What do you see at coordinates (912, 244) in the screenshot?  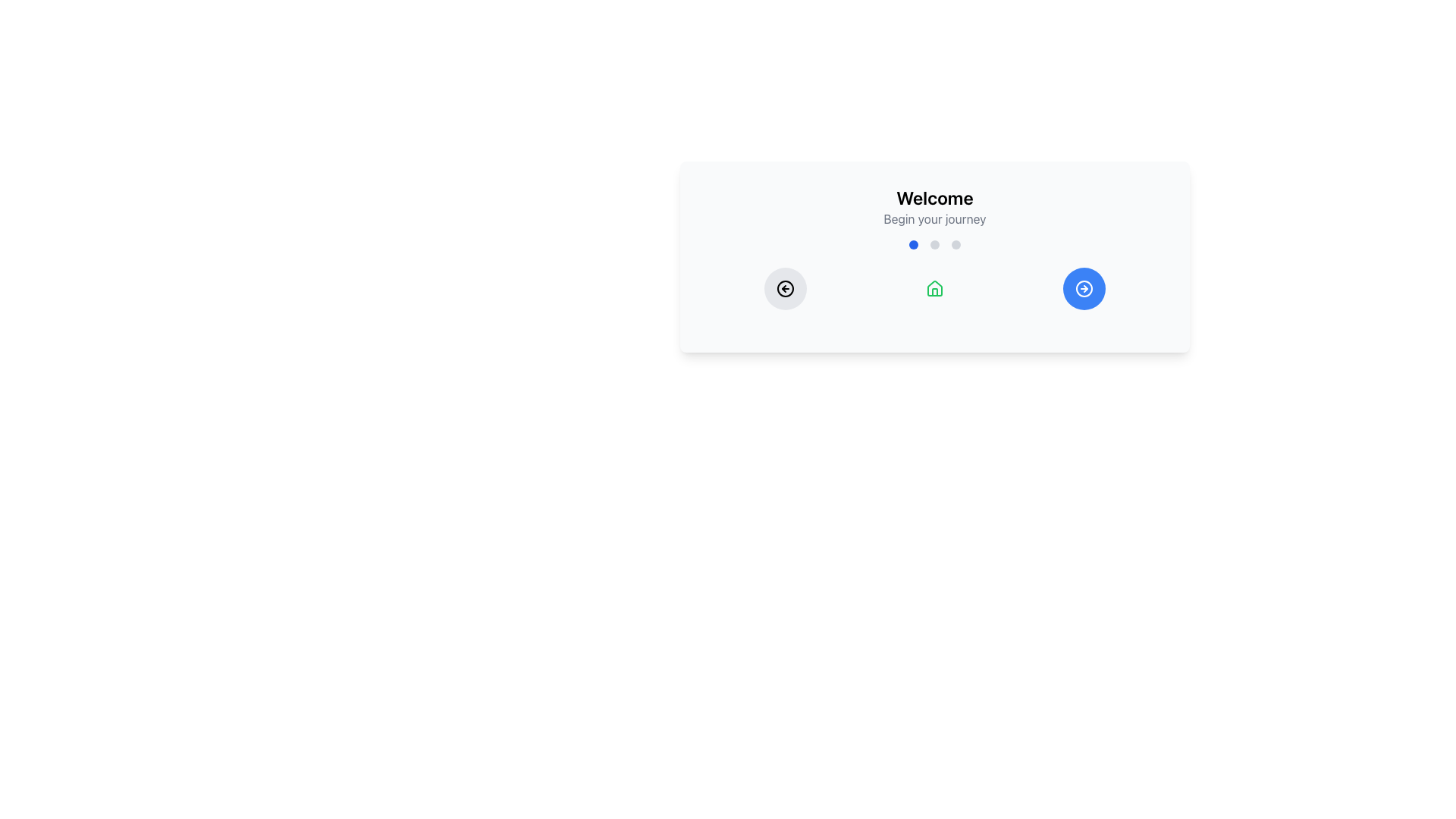 I see `the first blue circular indicator dot located centrally below the 'Welcome' header in the UI layout` at bounding box center [912, 244].